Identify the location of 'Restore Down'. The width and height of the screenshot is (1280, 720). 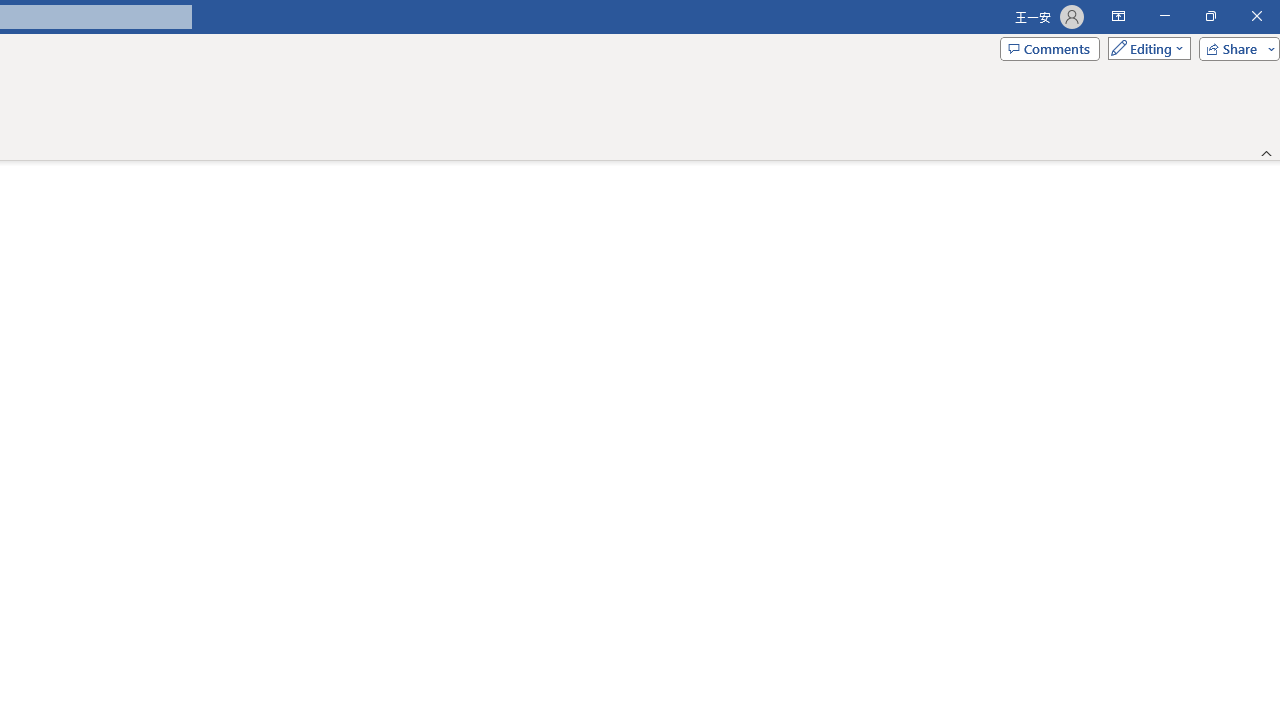
(1209, 16).